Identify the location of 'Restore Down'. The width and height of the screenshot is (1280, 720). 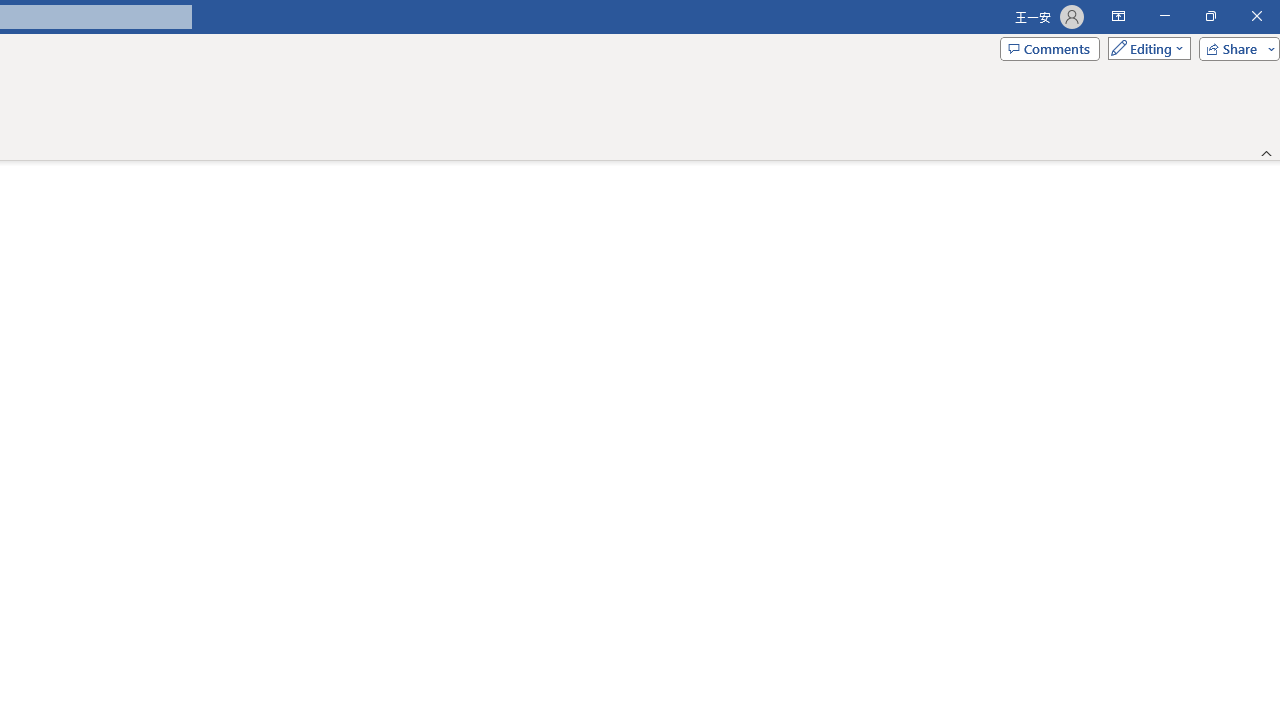
(1209, 16).